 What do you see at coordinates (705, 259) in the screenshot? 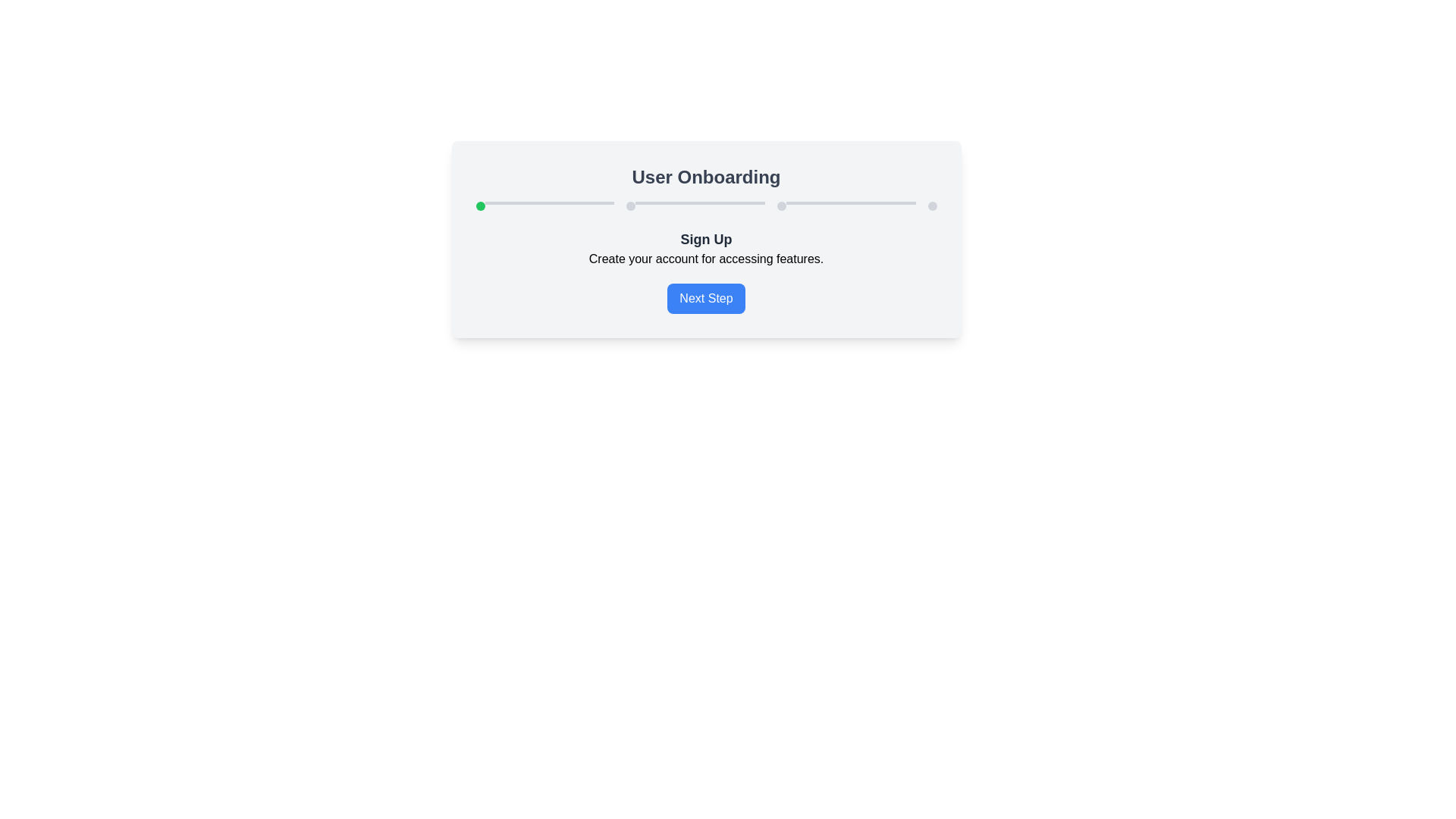
I see `static text that provides descriptive instructions for signing up, located below the 'Sign Up' heading` at bounding box center [705, 259].